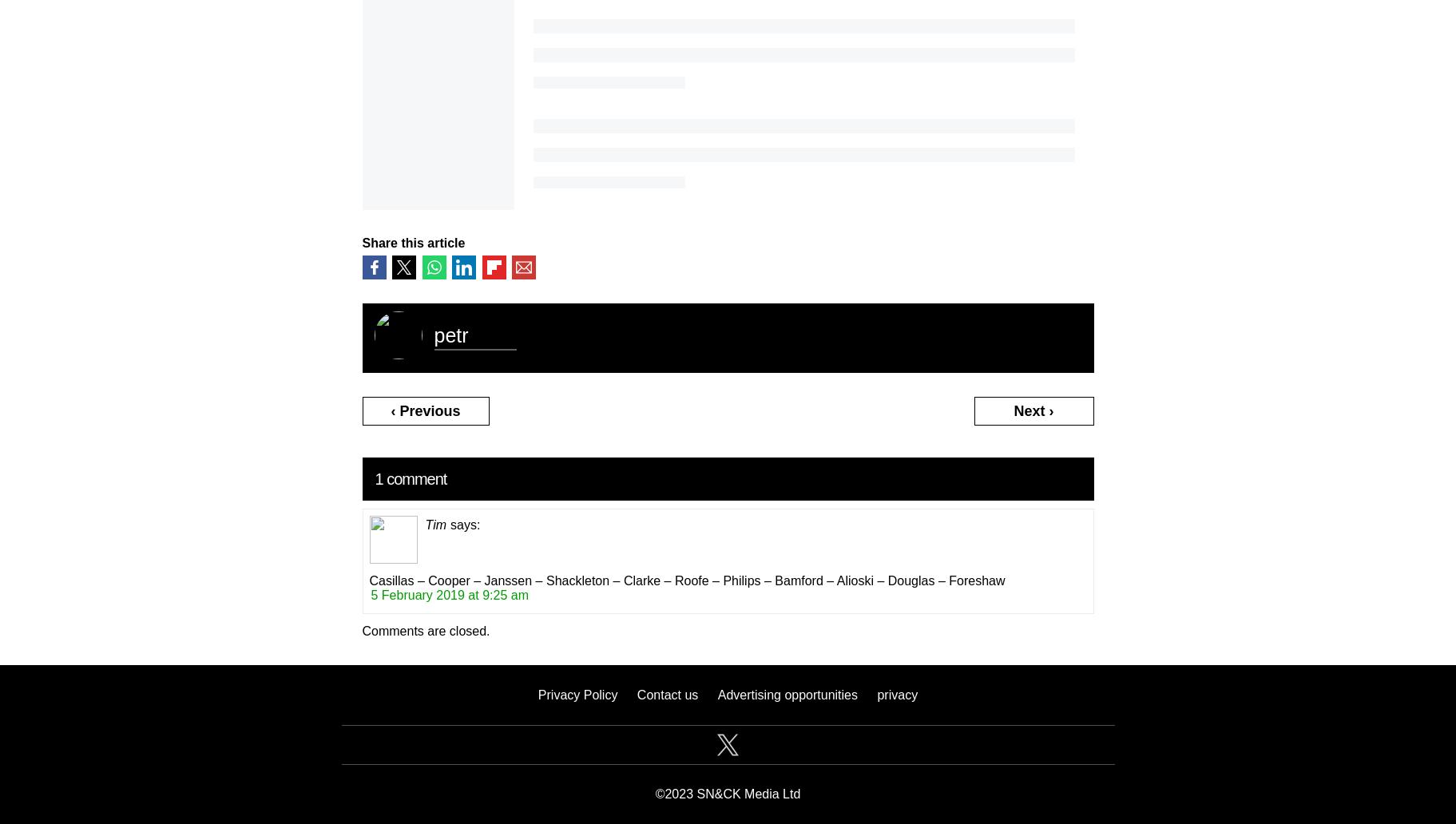 The image size is (1456, 824). Describe the element at coordinates (788, 694) in the screenshot. I see `'Advertising opportunities'` at that location.